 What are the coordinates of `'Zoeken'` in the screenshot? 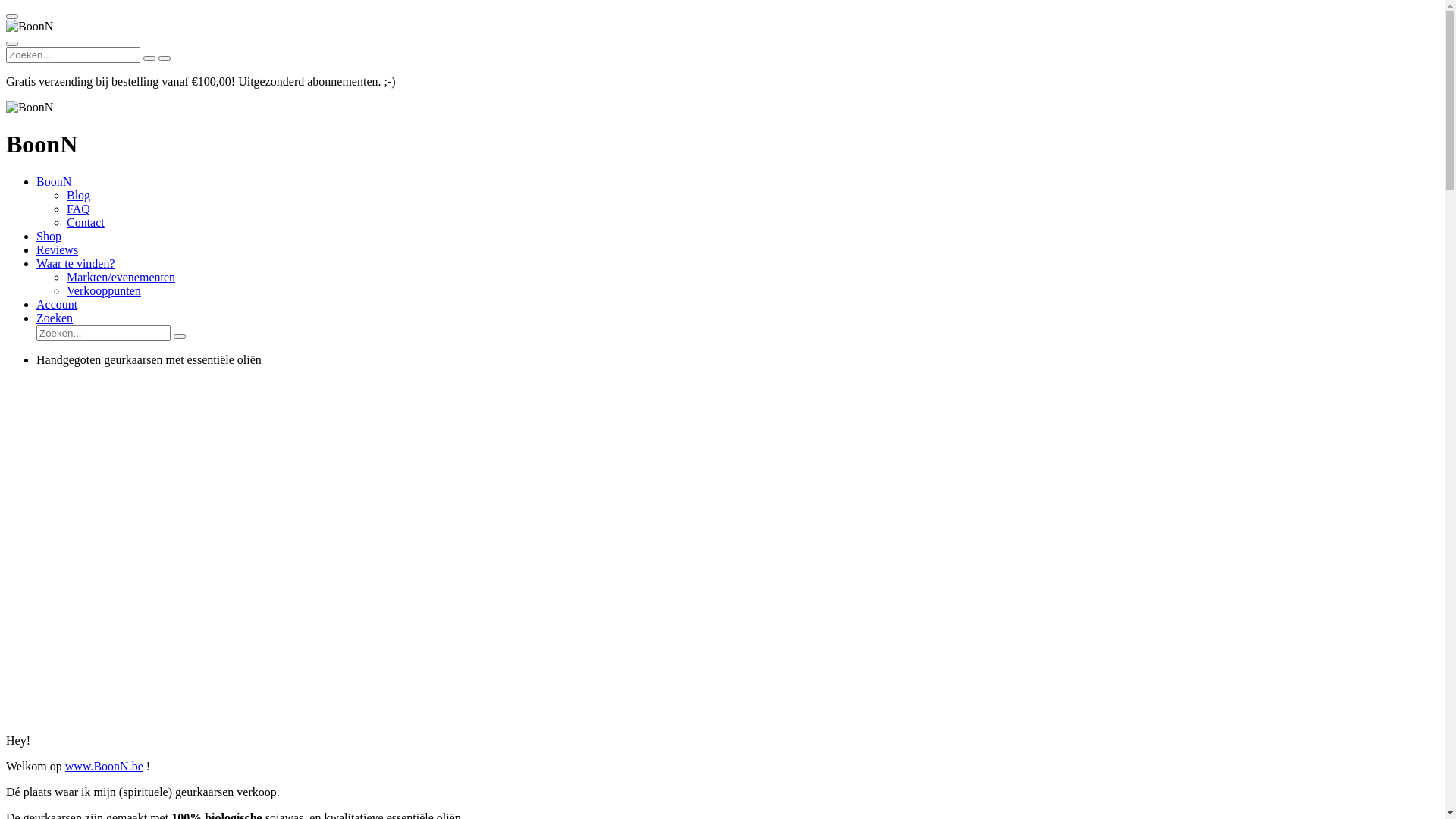 It's located at (55, 317).